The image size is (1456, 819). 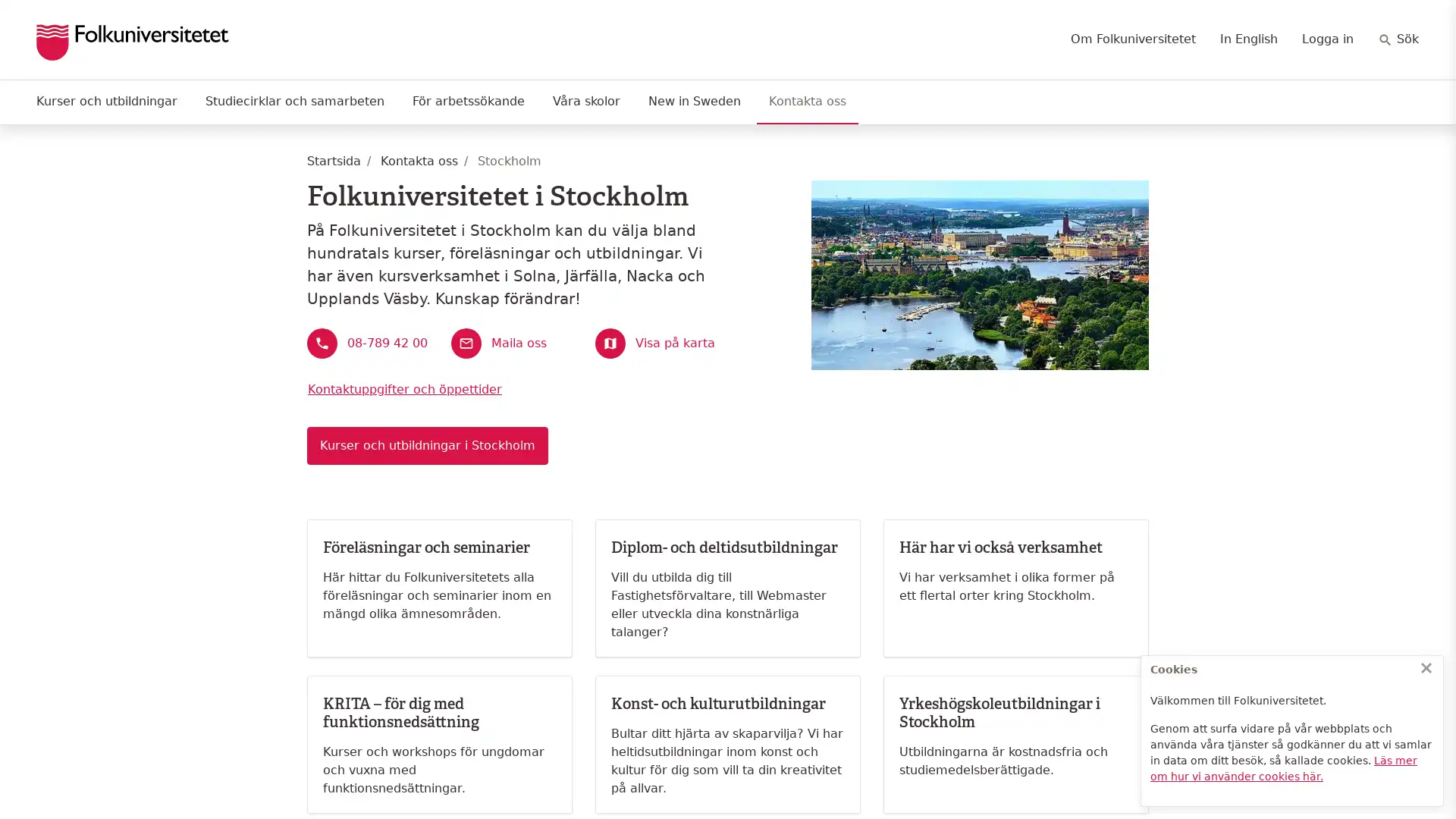 I want to click on Stang, so click(x=1426, y=667).